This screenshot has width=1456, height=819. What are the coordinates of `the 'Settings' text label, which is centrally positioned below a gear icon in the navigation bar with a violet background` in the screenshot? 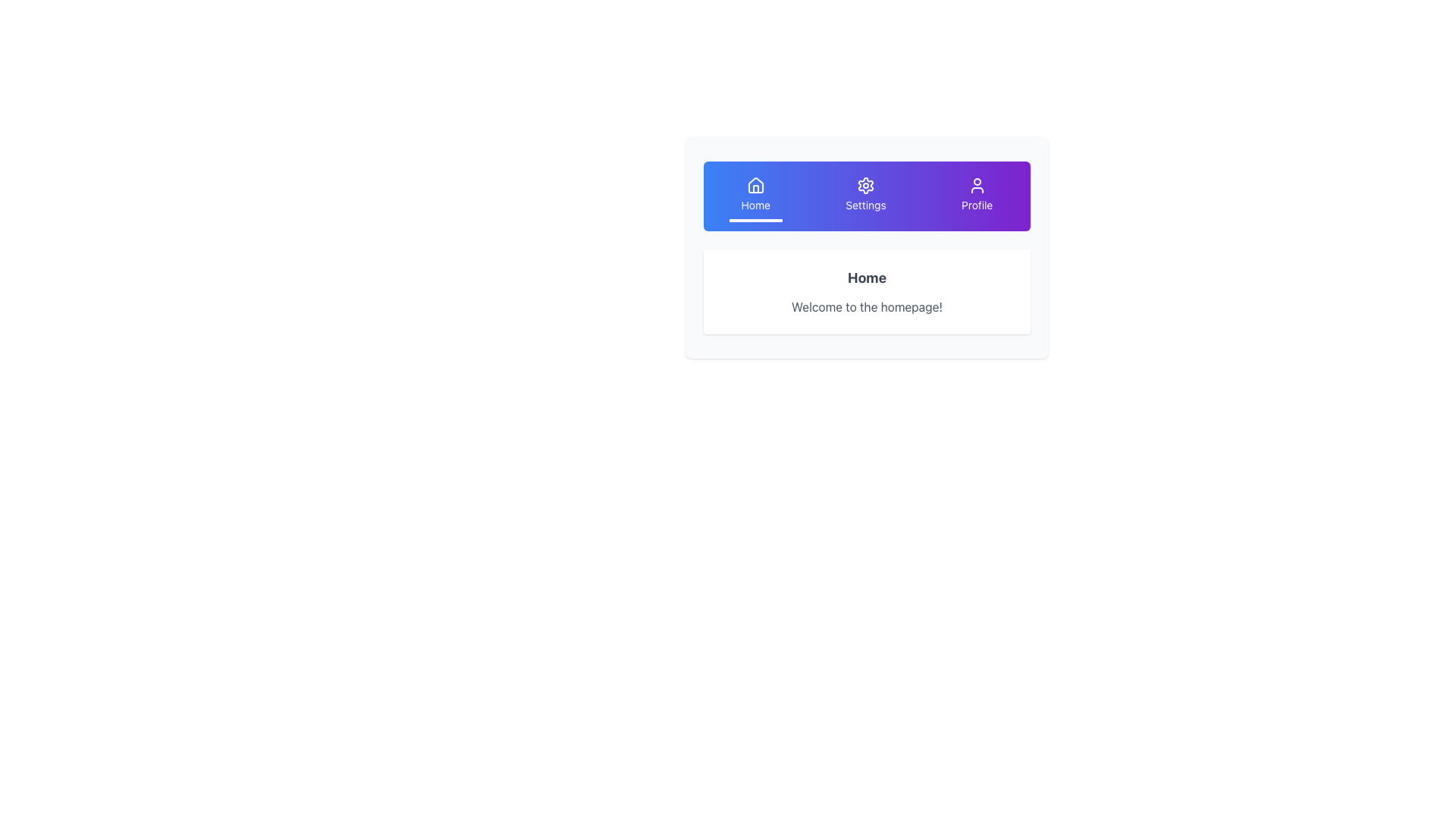 It's located at (866, 205).